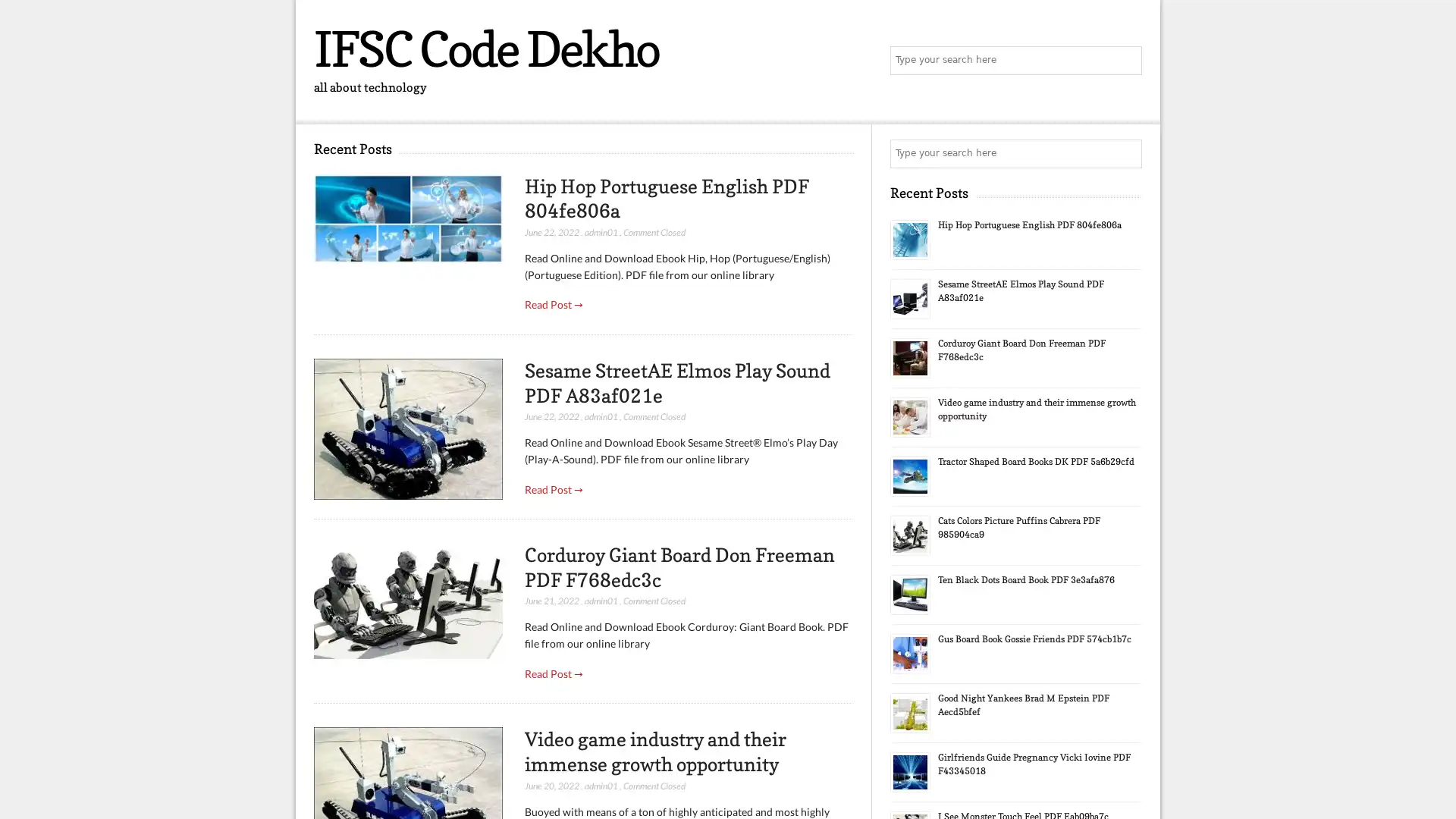  I want to click on Search, so click(1126, 155).